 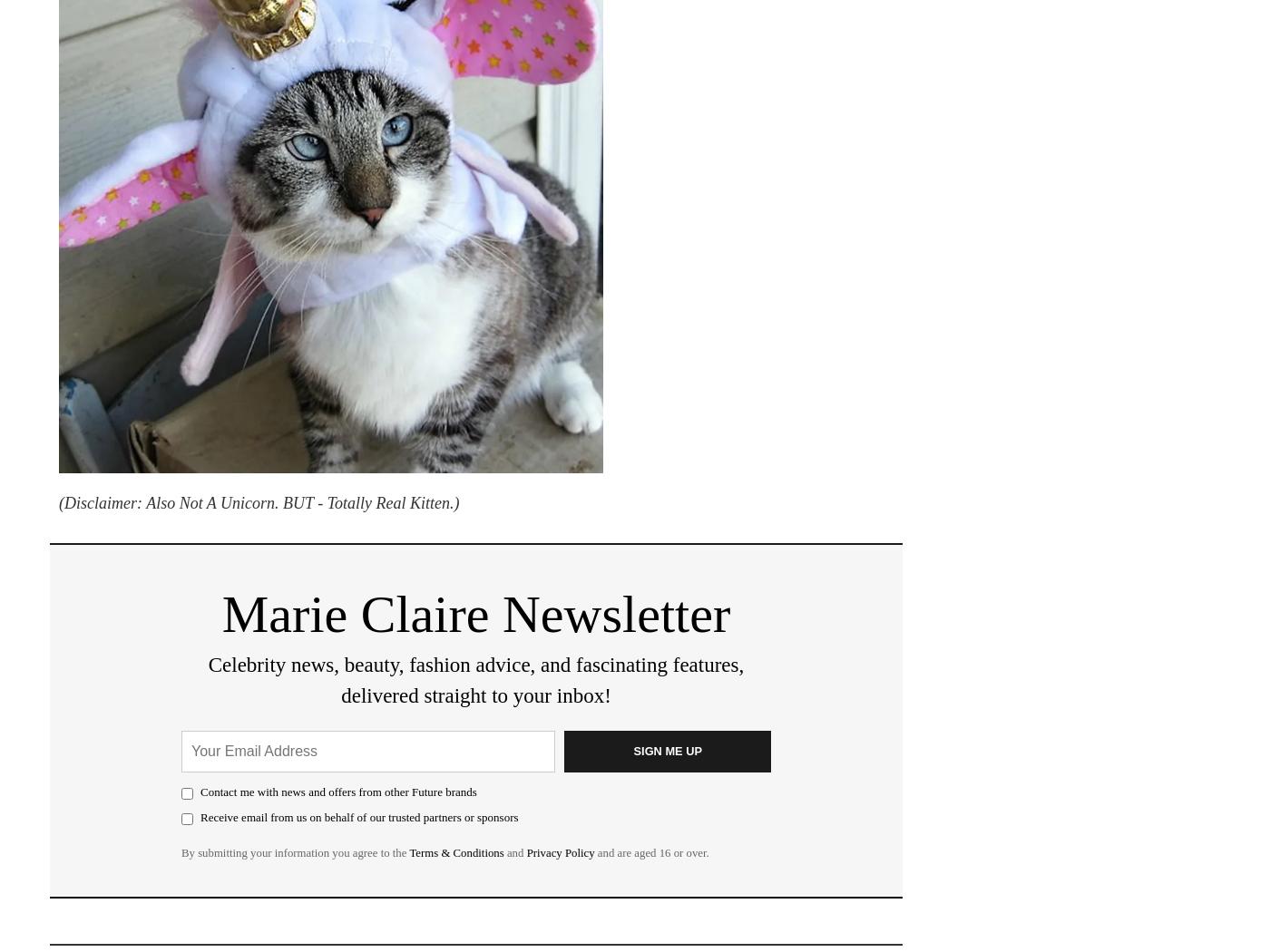 I want to click on 'and are aged 16 or over.', so click(x=651, y=850).